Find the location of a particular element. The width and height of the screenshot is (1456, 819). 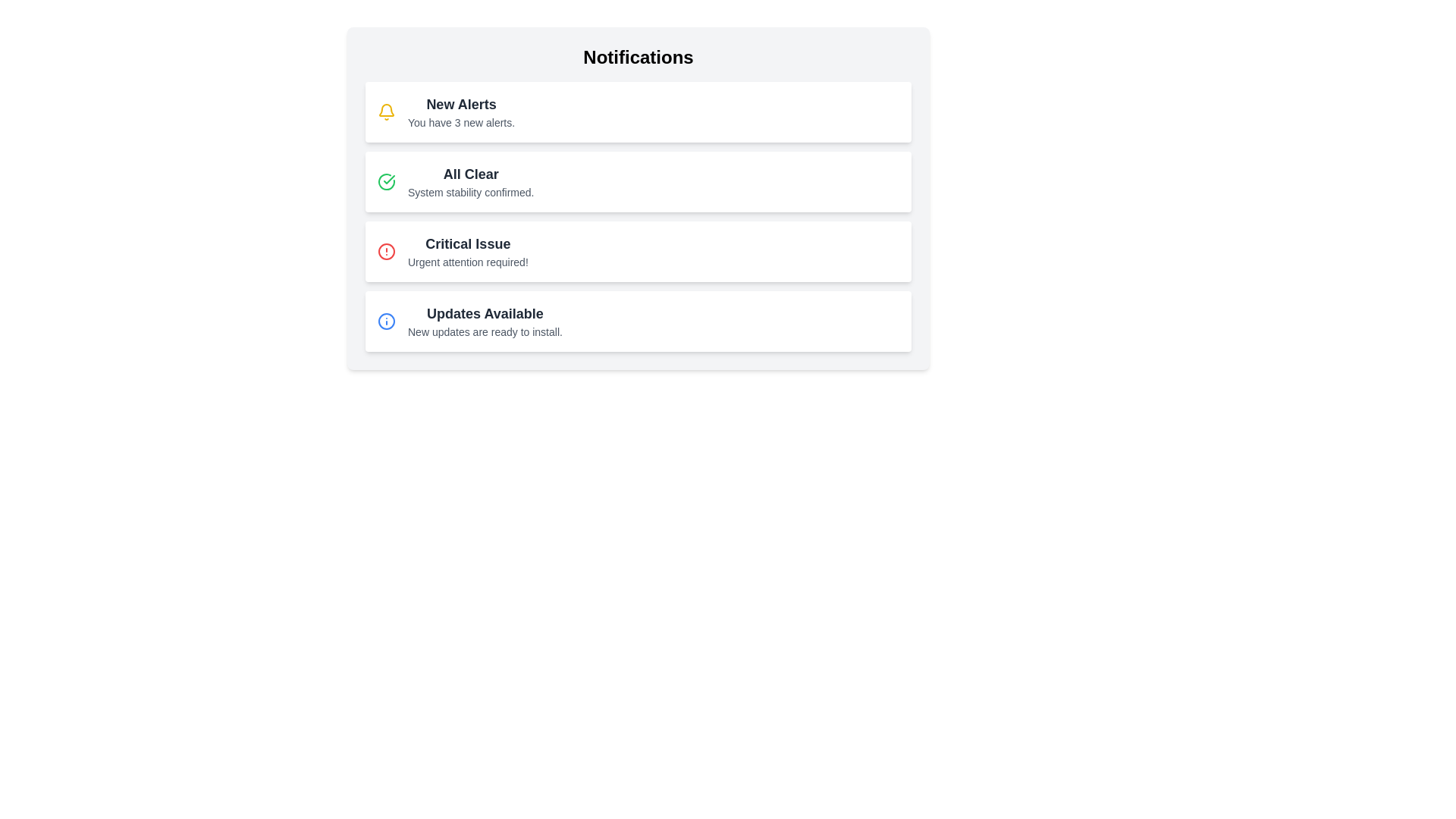

text block containing 'All Clear' and 'System stability confirmed.' located in the second row of the notification list is located at coordinates (470, 180).